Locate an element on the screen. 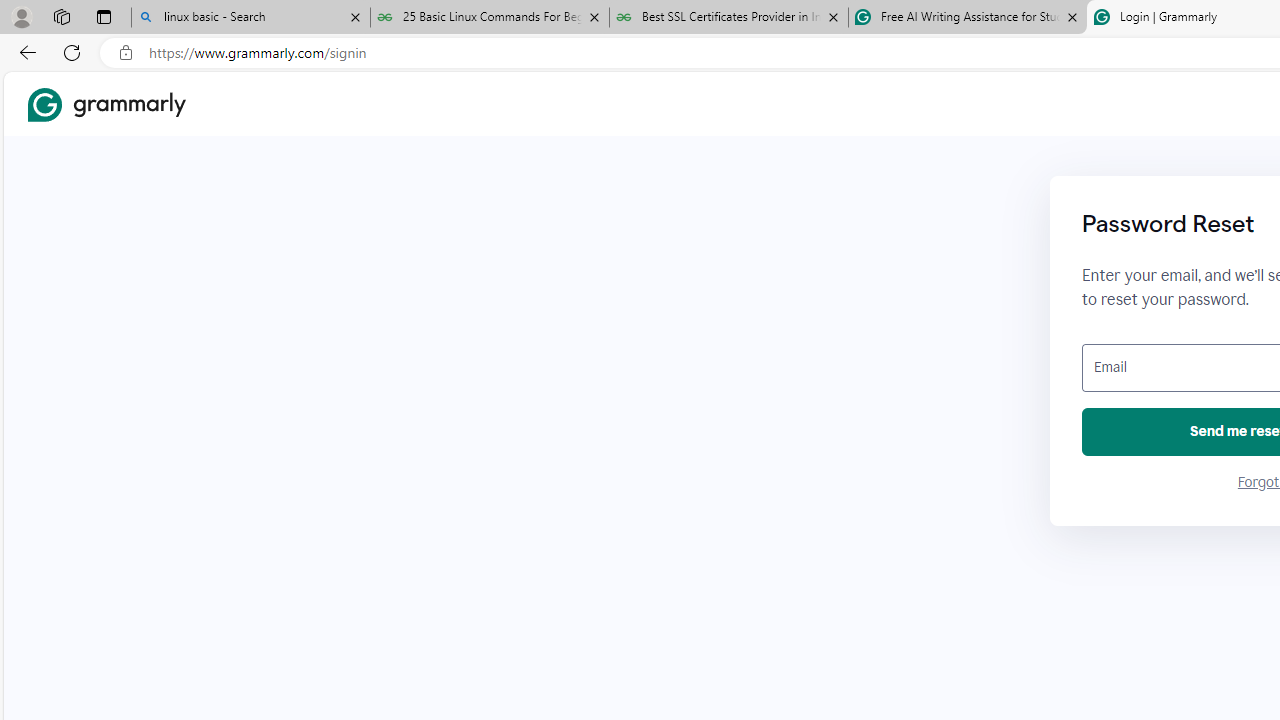 Image resolution: width=1280 pixels, height=720 pixels. 'linux basic - Search' is located at coordinates (249, 17).